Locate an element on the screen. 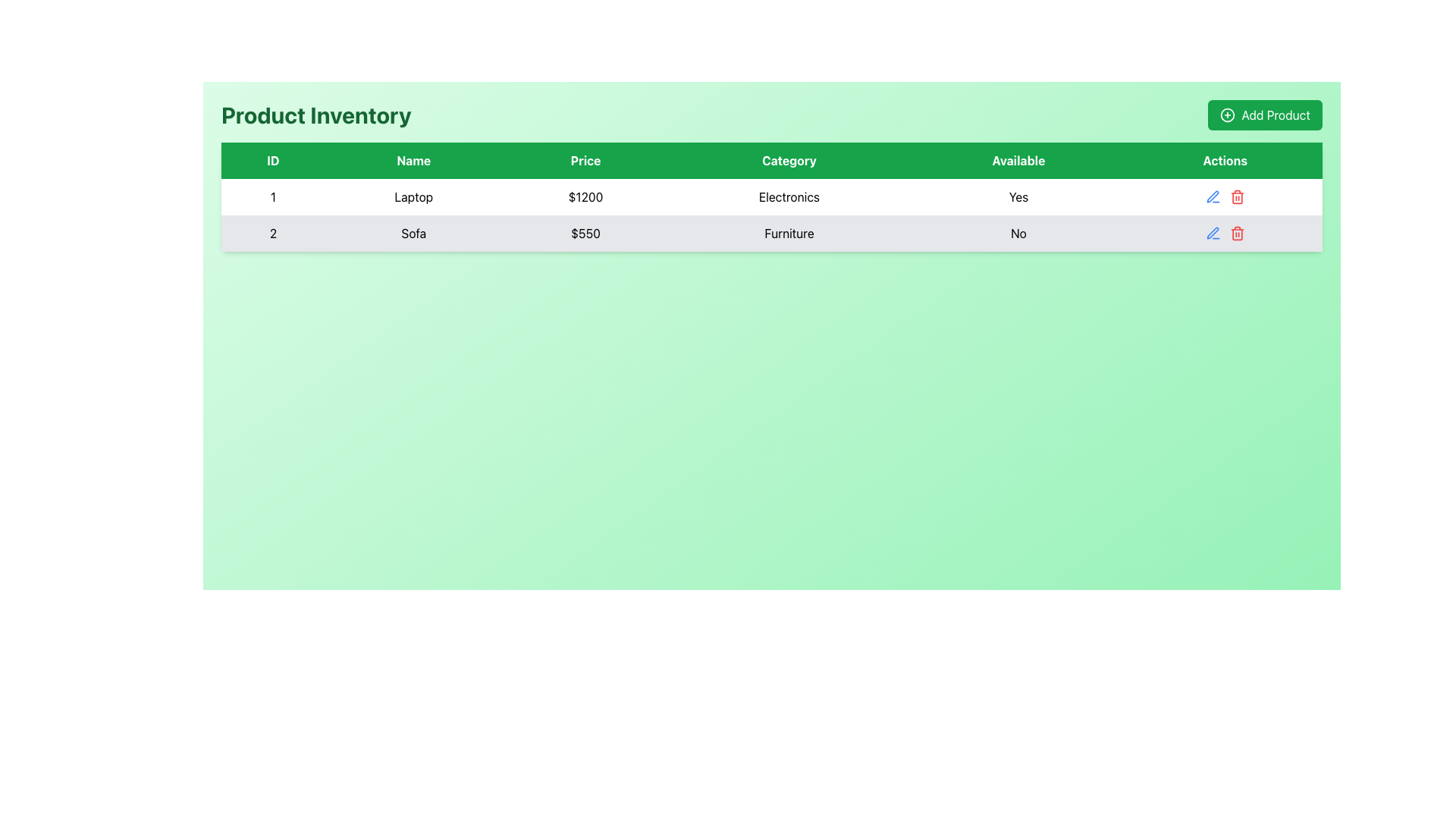  the Button group with icons in the far-right column of the first row under the 'Actions' column is located at coordinates (1225, 196).